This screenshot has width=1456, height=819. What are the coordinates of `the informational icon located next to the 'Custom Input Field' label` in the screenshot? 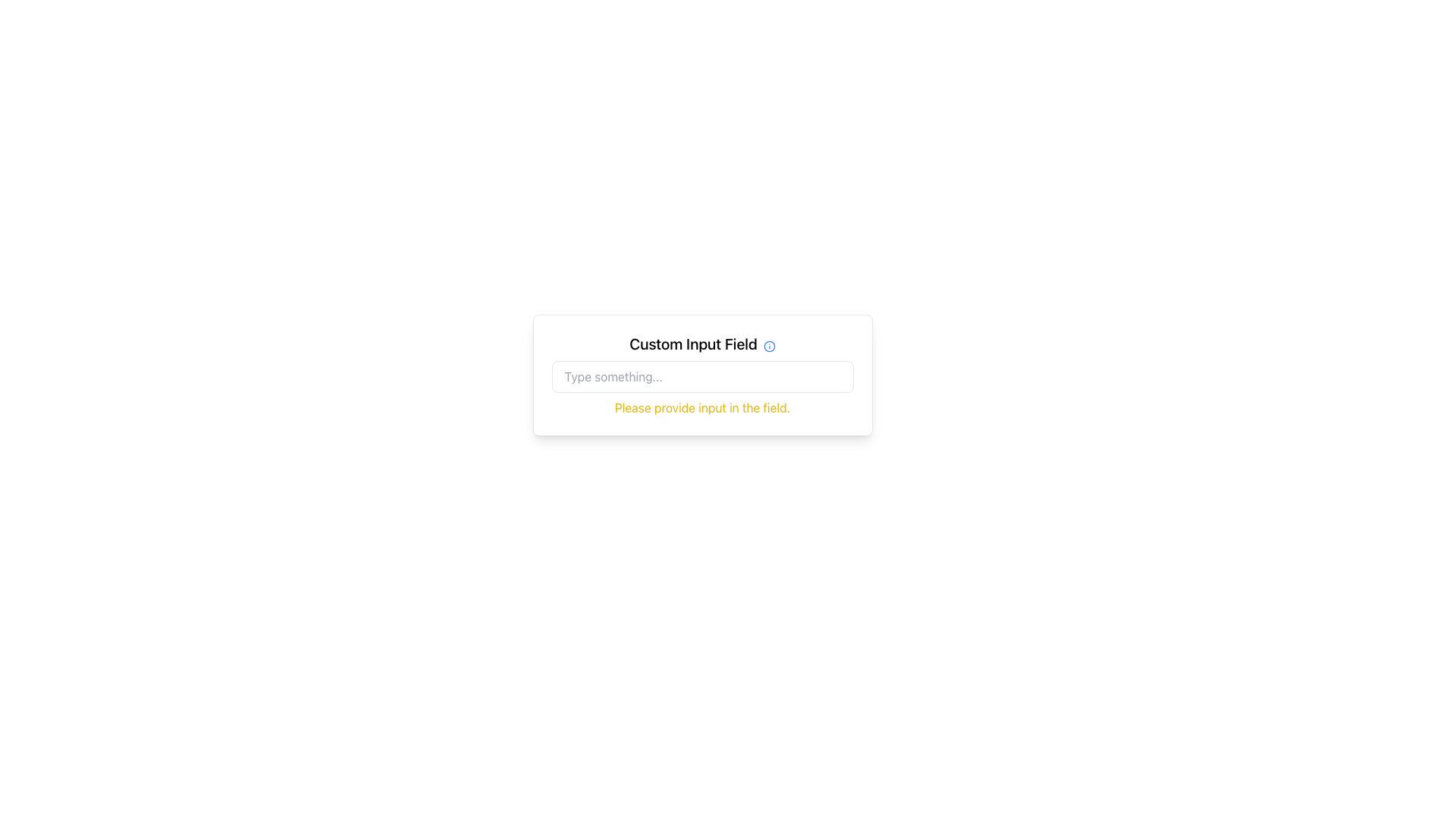 It's located at (769, 346).